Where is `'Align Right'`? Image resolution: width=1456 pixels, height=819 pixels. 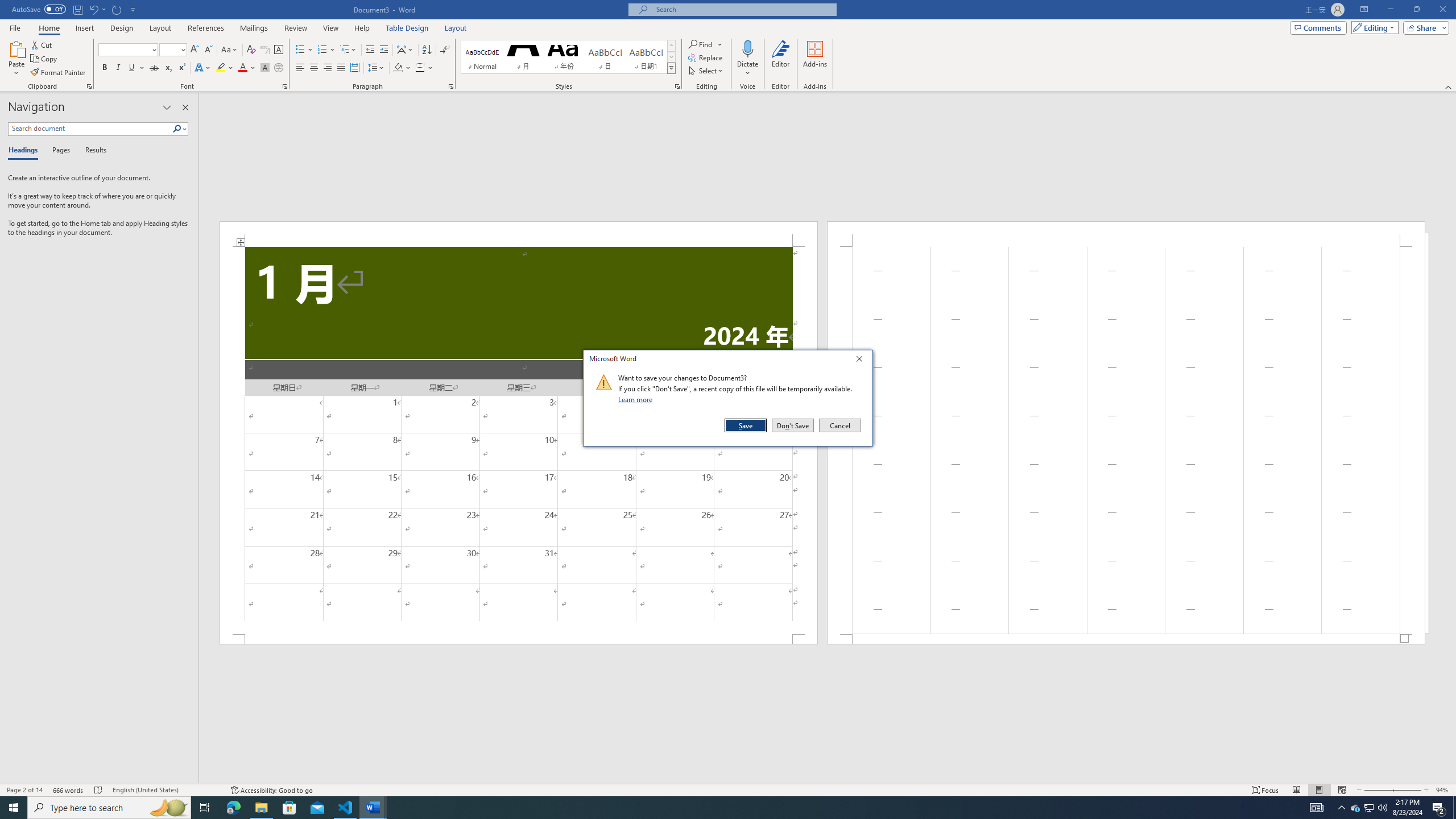
'Align Right' is located at coordinates (327, 67).